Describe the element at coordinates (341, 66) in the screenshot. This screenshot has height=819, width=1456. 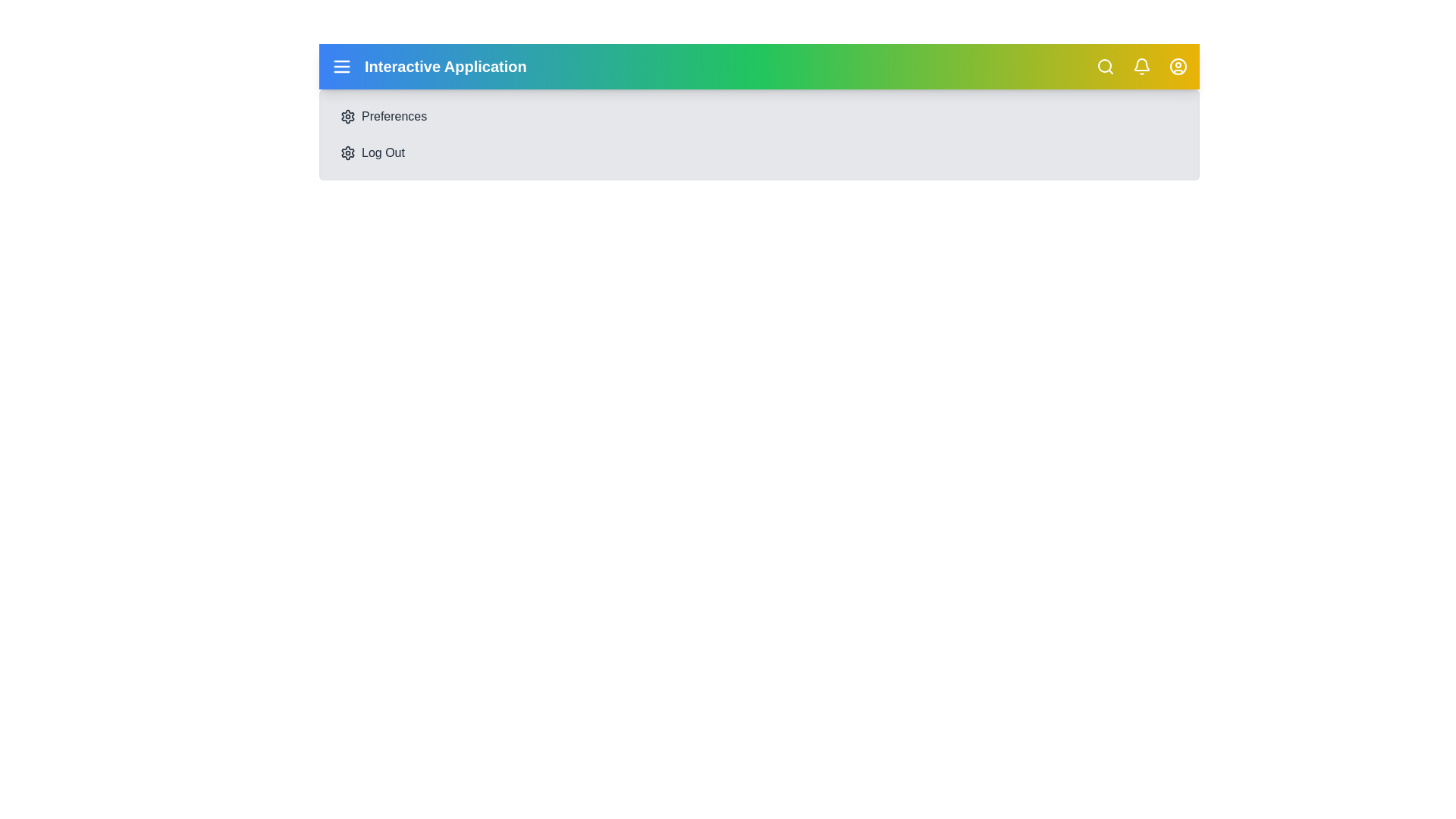
I see `the menu icon to toggle the menu visibility` at that location.